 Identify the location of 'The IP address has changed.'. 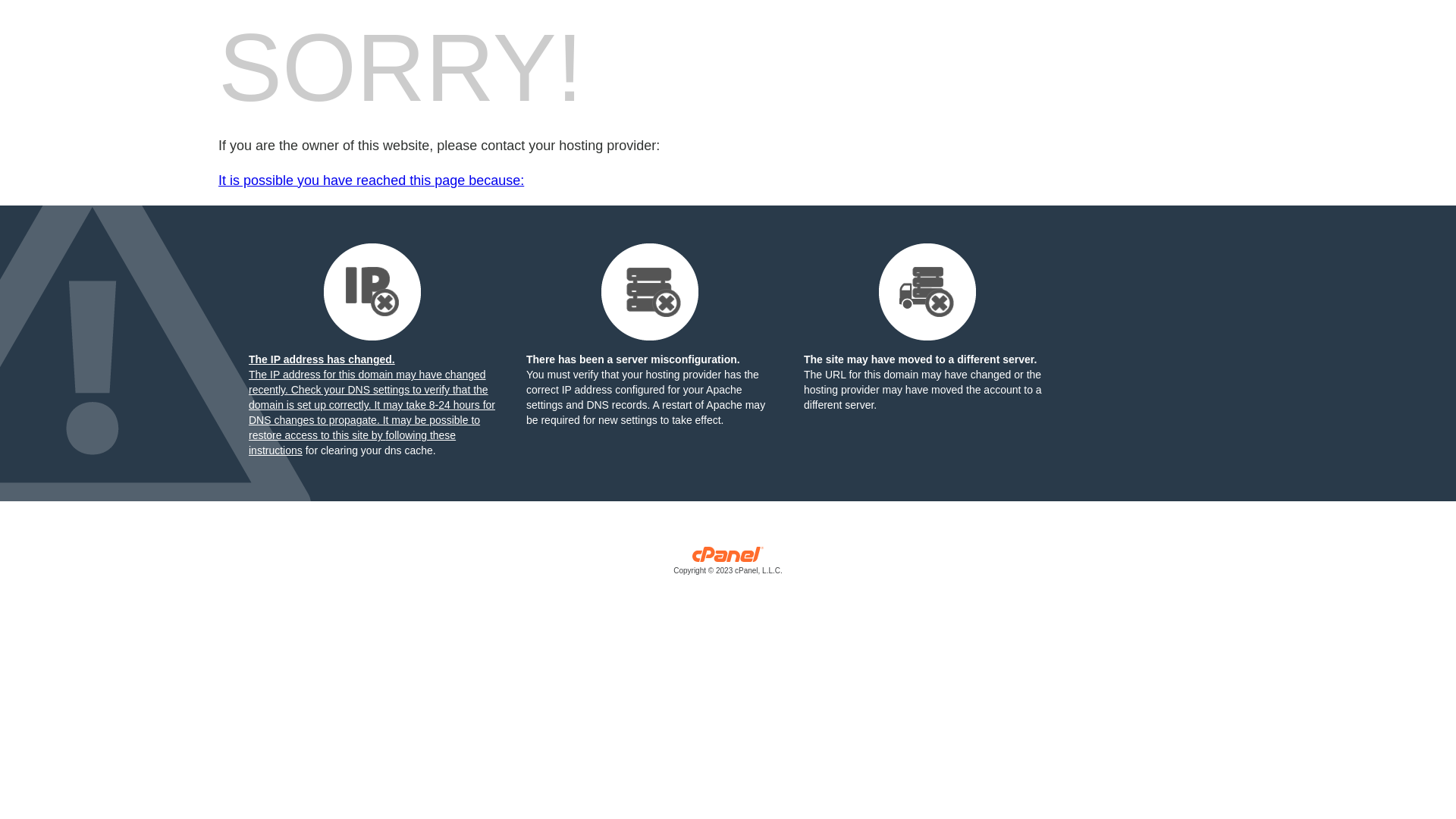
(372, 301).